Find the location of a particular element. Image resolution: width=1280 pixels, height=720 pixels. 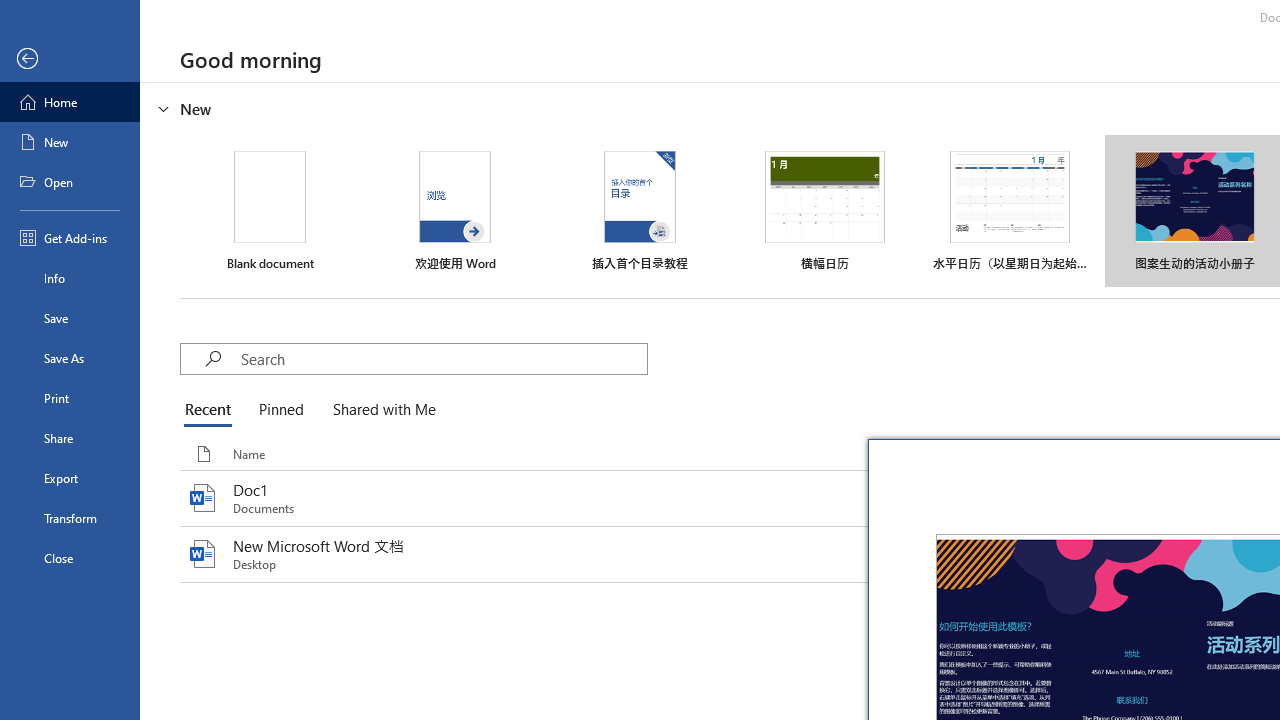

'Print' is located at coordinates (69, 398).